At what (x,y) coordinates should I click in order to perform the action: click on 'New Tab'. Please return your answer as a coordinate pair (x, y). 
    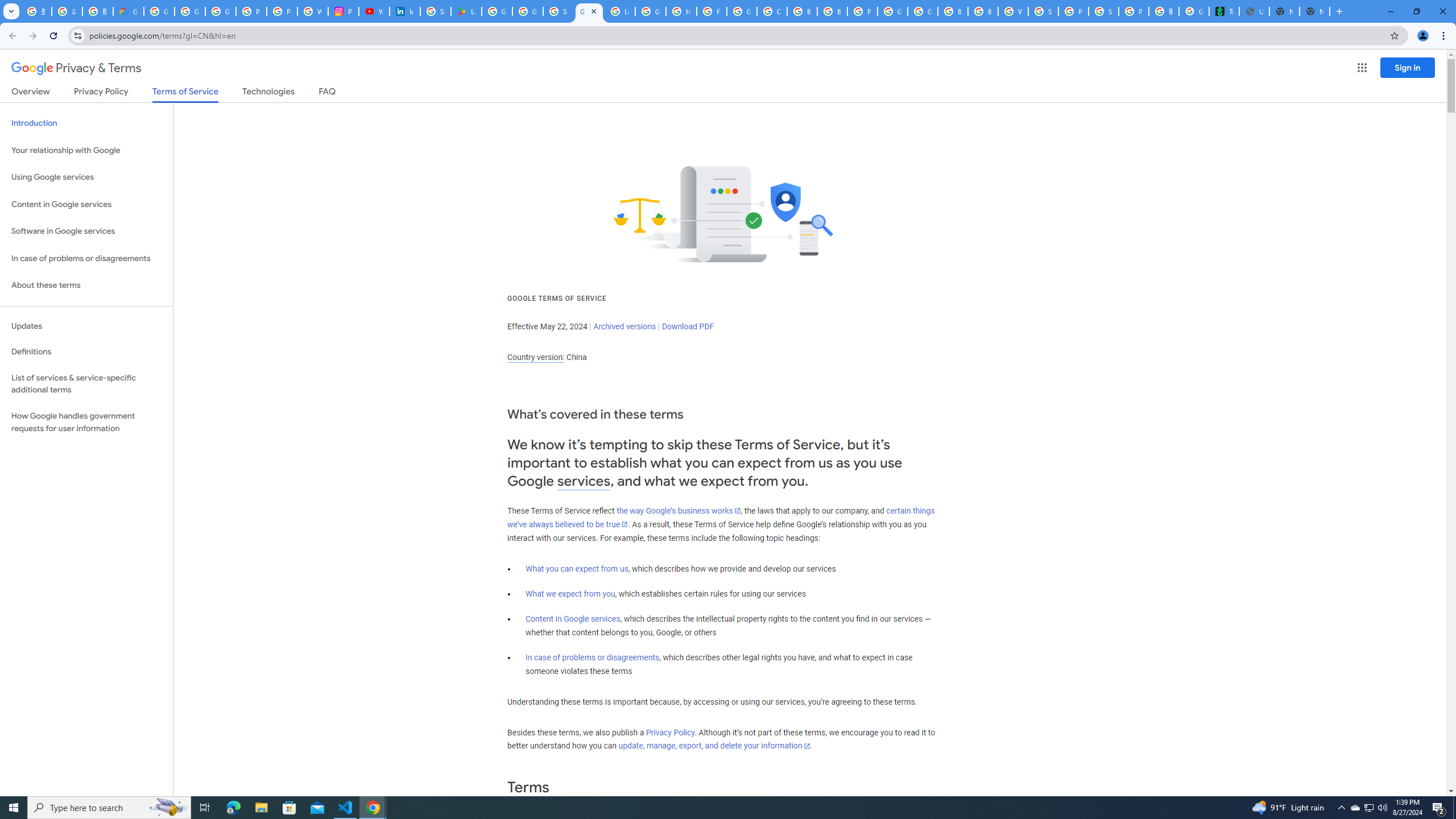
    Looking at the image, I should click on (1314, 11).